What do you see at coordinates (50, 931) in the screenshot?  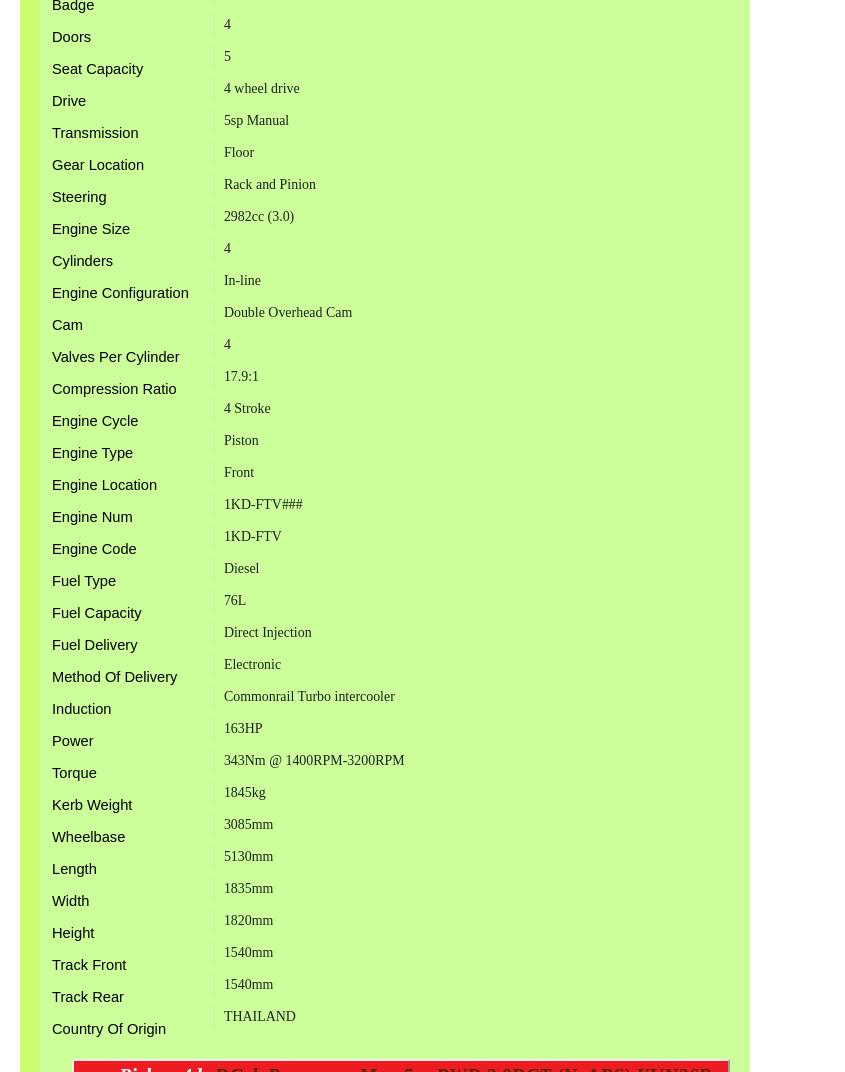 I see `'Height'` at bounding box center [50, 931].